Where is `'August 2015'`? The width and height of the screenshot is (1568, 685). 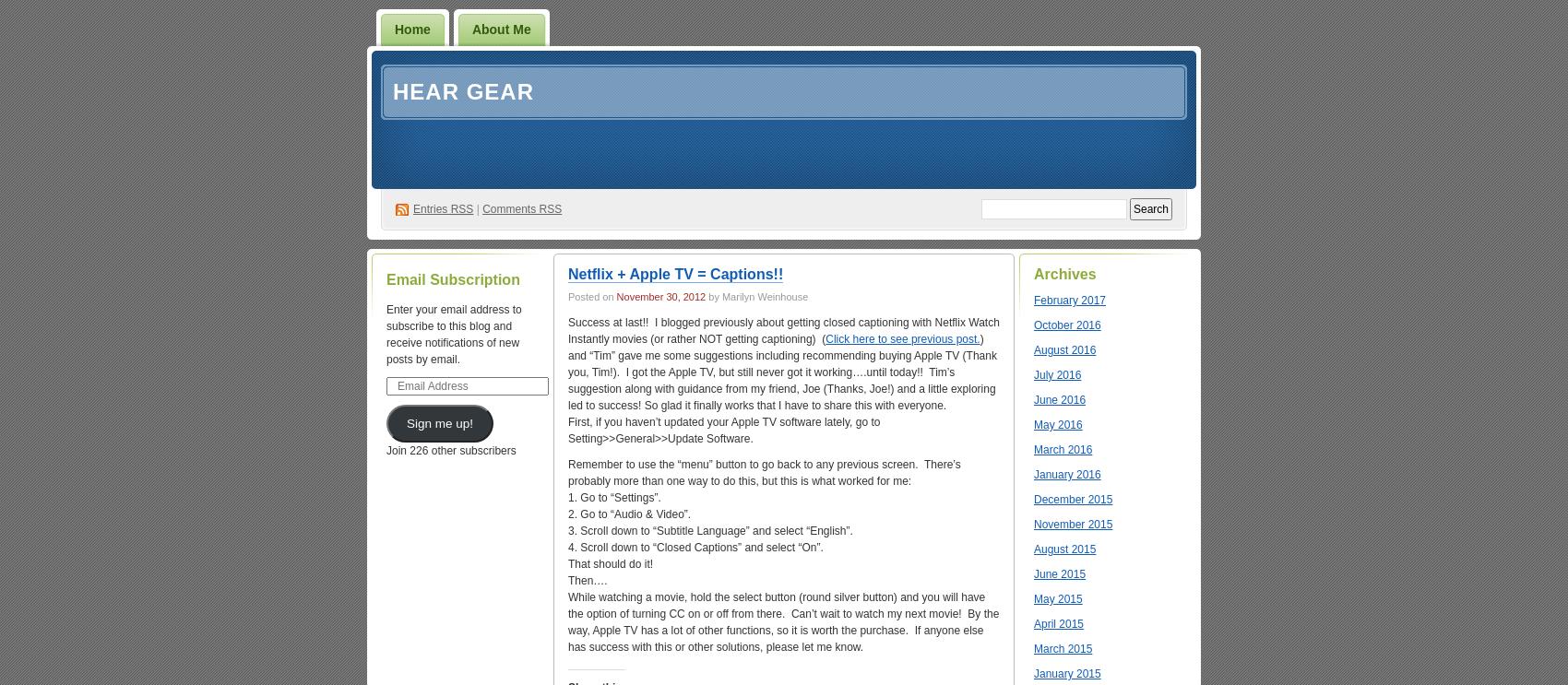
'August 2015' is located at coordinates (1064, 549).